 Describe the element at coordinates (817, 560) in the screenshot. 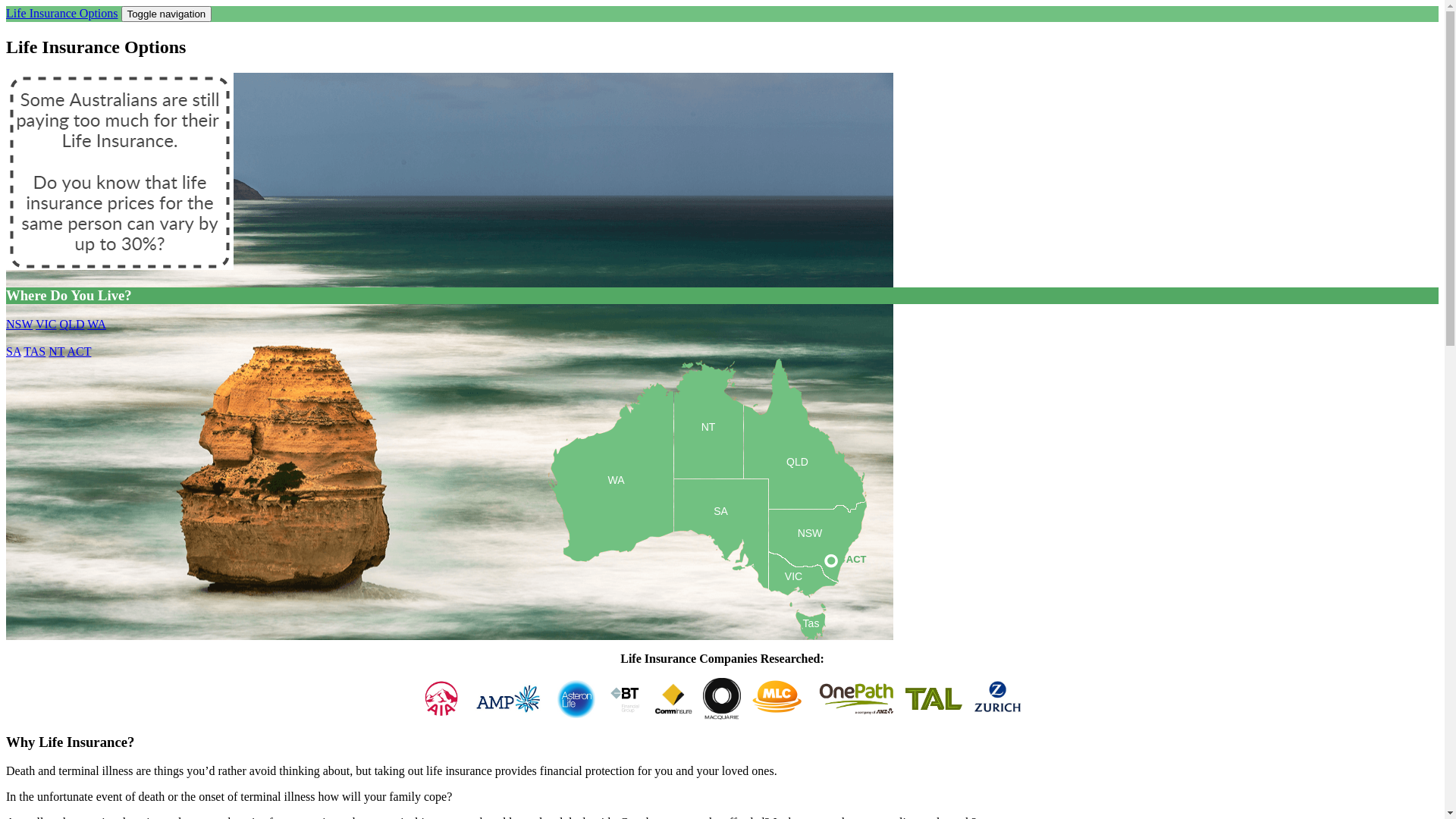

I see `'NSW'` at that location.